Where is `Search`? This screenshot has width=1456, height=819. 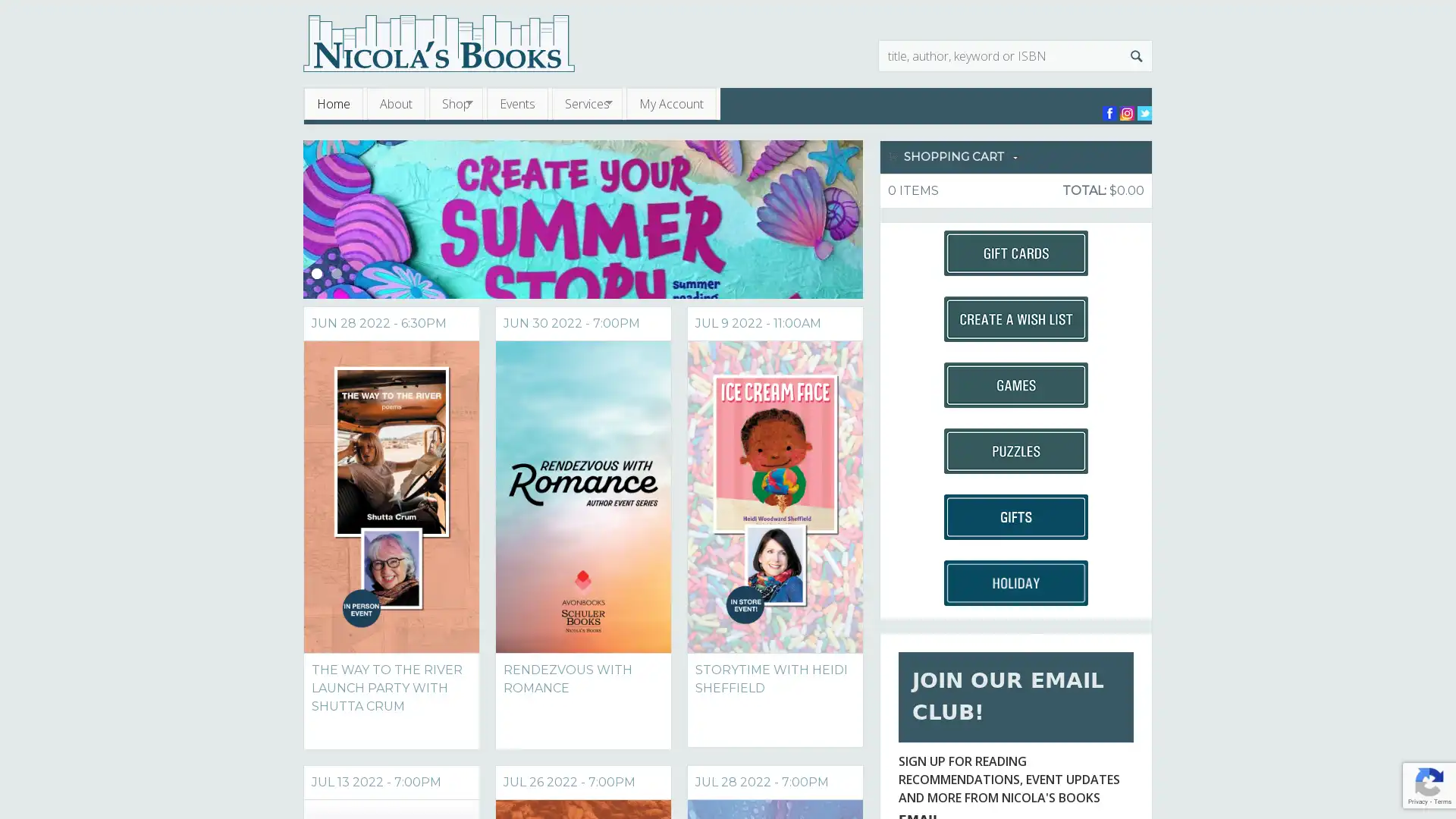 Search is located at coordinates (1136, 55).